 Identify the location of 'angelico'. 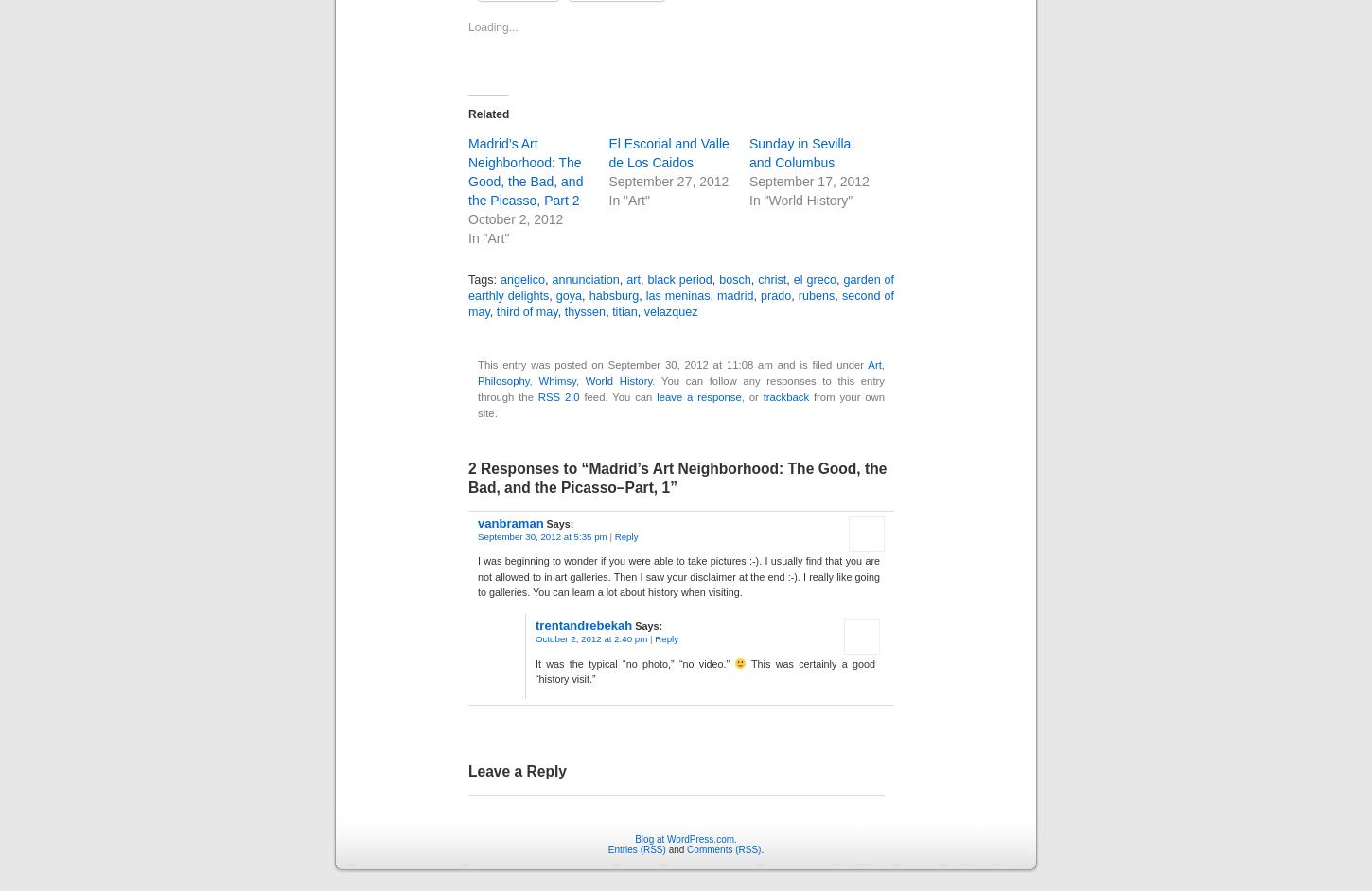
(522, 274).